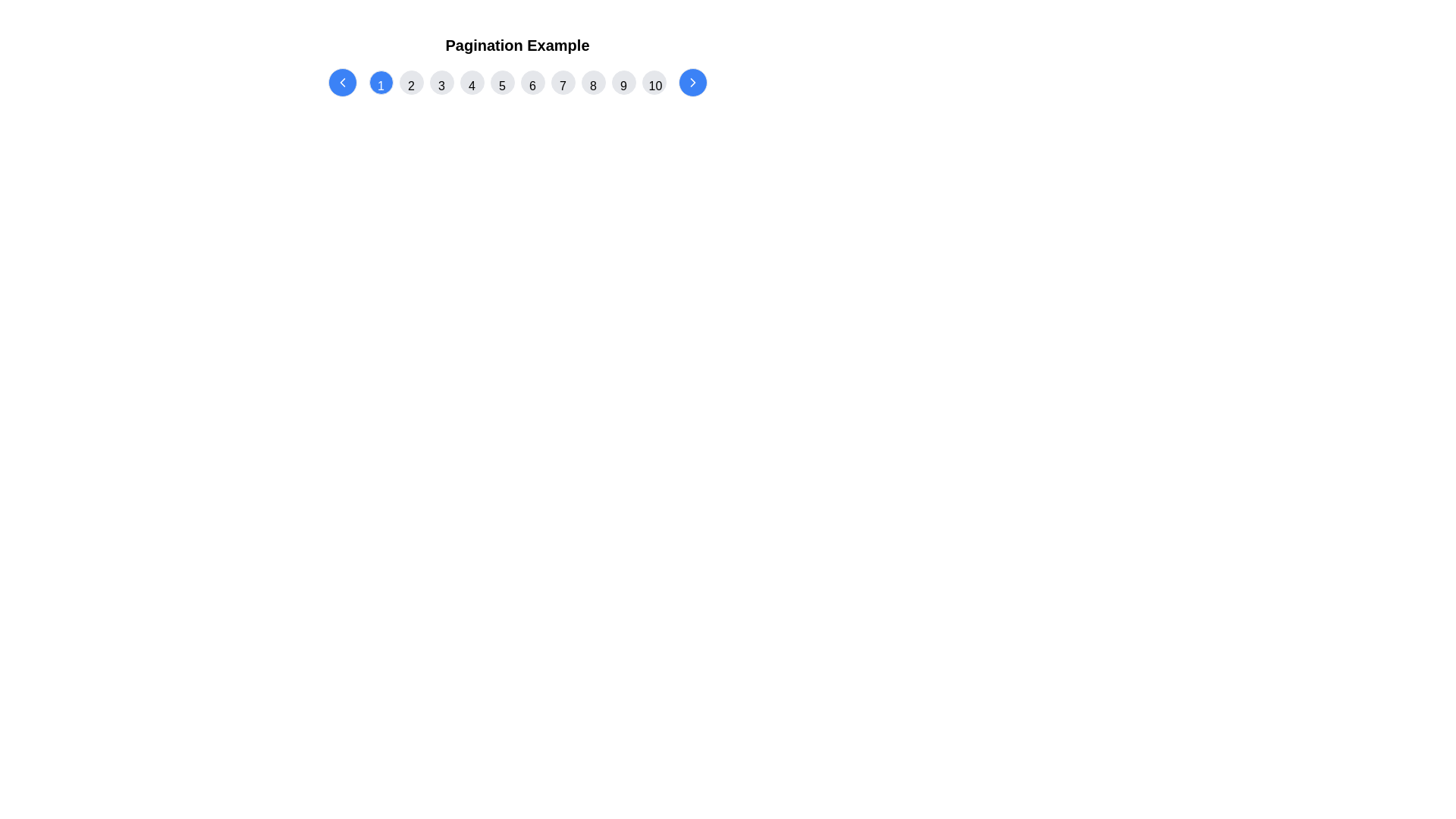  What do you see at coordinates (341, 82) in the screenshot?
I see `the left-facing chevron arrow within the circular blue button in the pagination control bar` at bounding box center [341, 82].